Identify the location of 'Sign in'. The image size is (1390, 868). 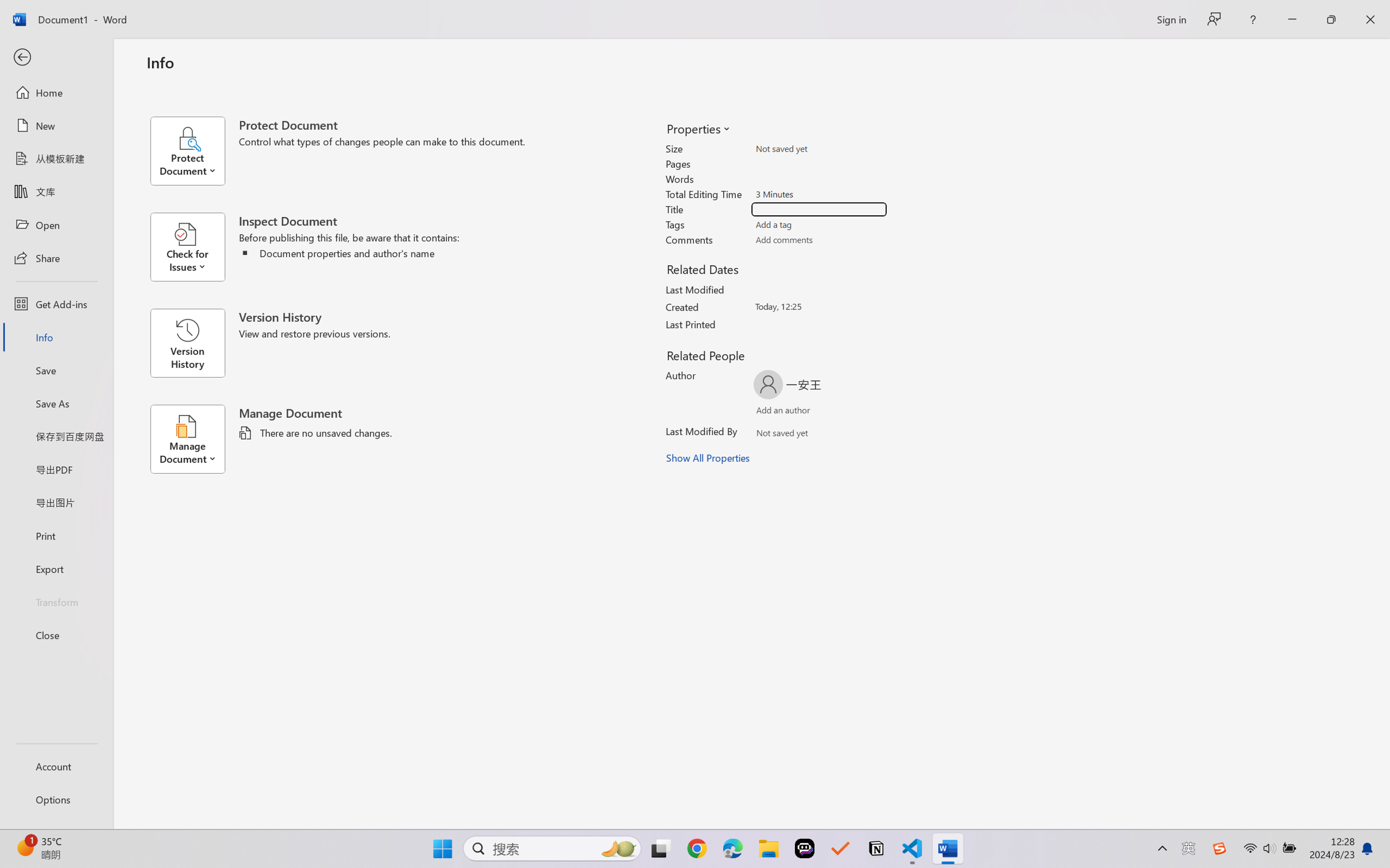
(1170, 19).